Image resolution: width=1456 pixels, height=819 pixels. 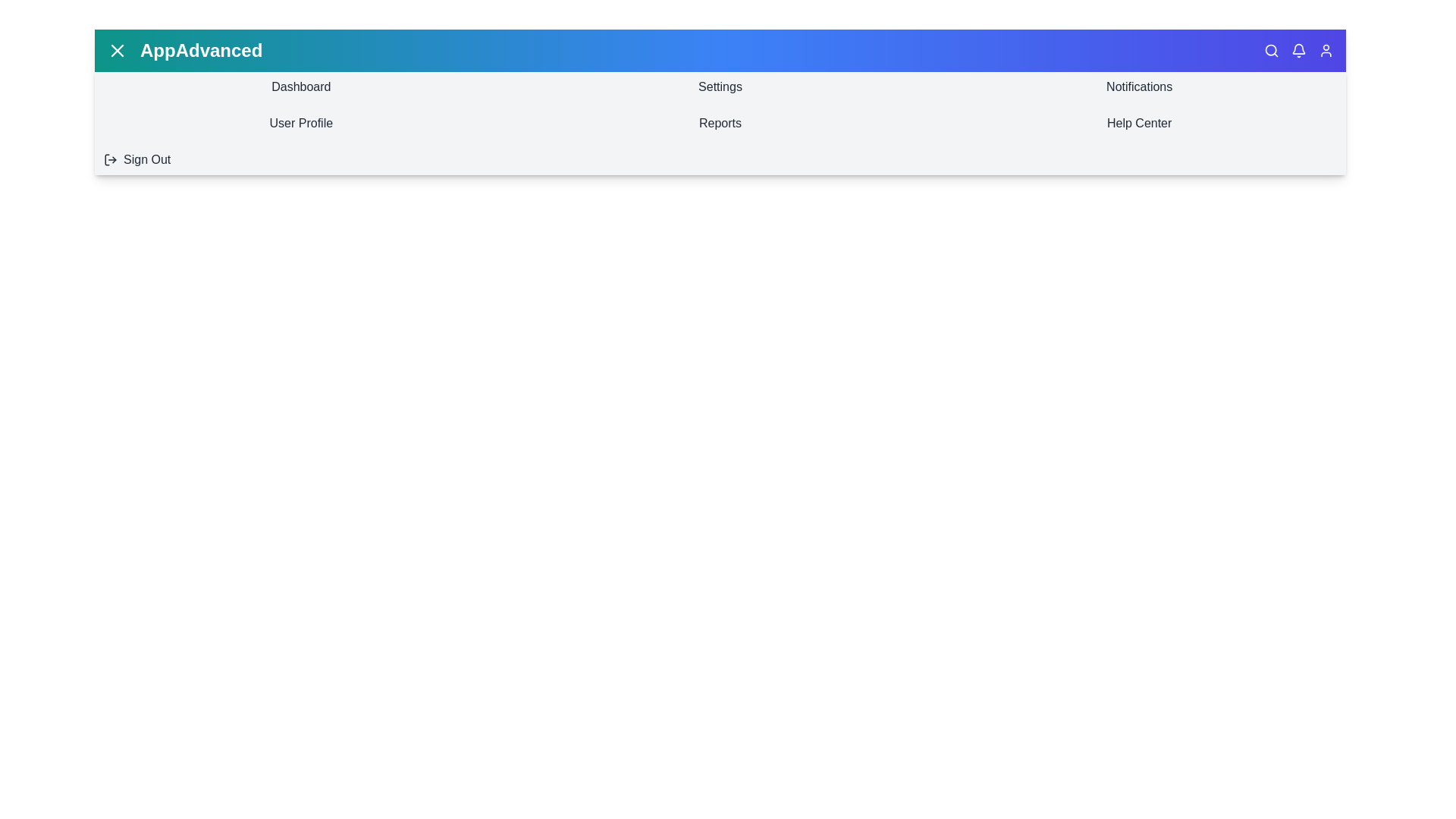 What do you see at coordinates (116, 49) in the screenshot?
I see `the button with the X icon to toggle the menu visibility` at bounding box center [116, 49].